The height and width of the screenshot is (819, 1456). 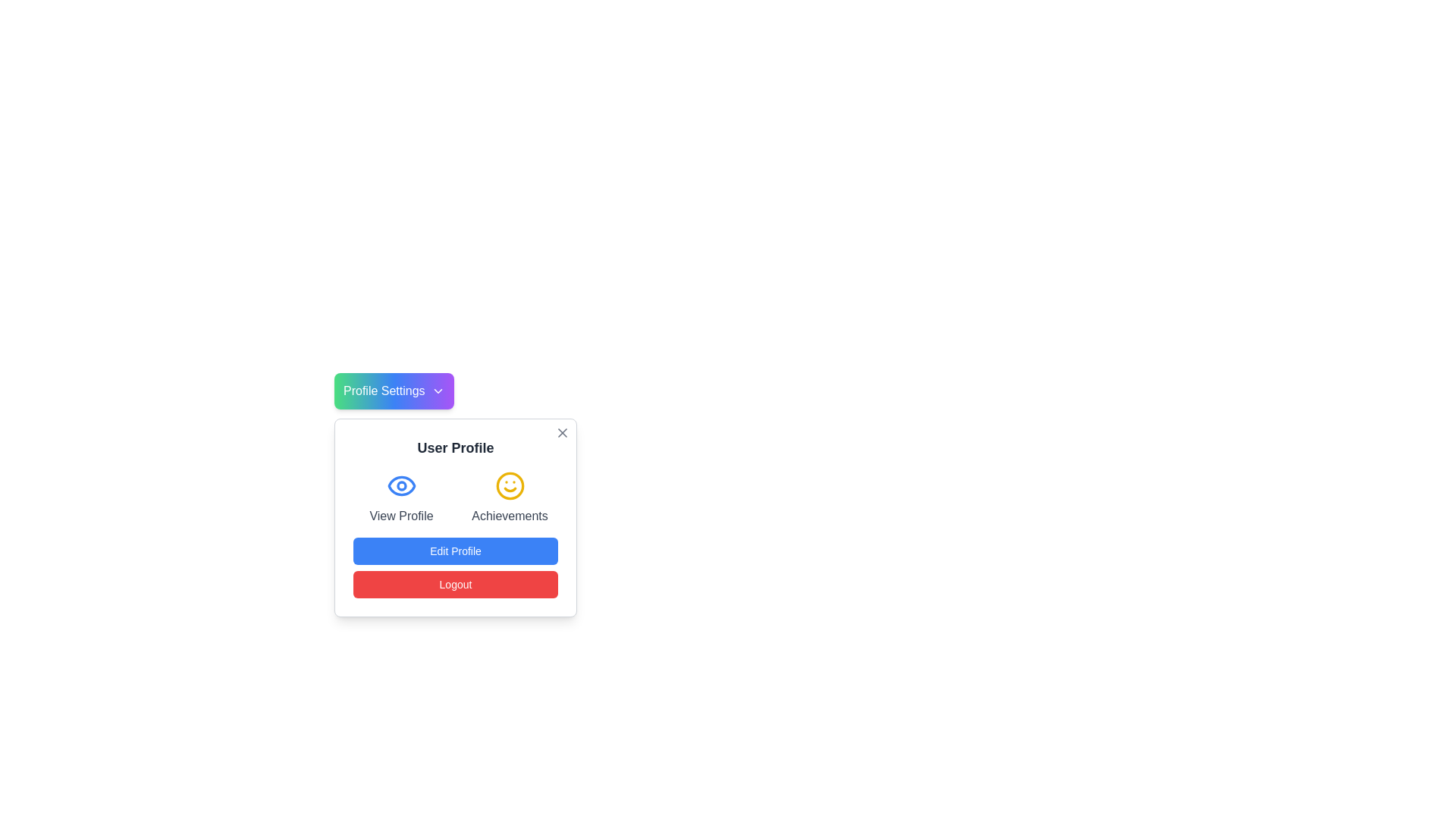 I want to click on the eye icon in the 'User Profile' section, which is positioned above the 'View Profile' text in a pop-up dialog box, so click(x=401, y=485).